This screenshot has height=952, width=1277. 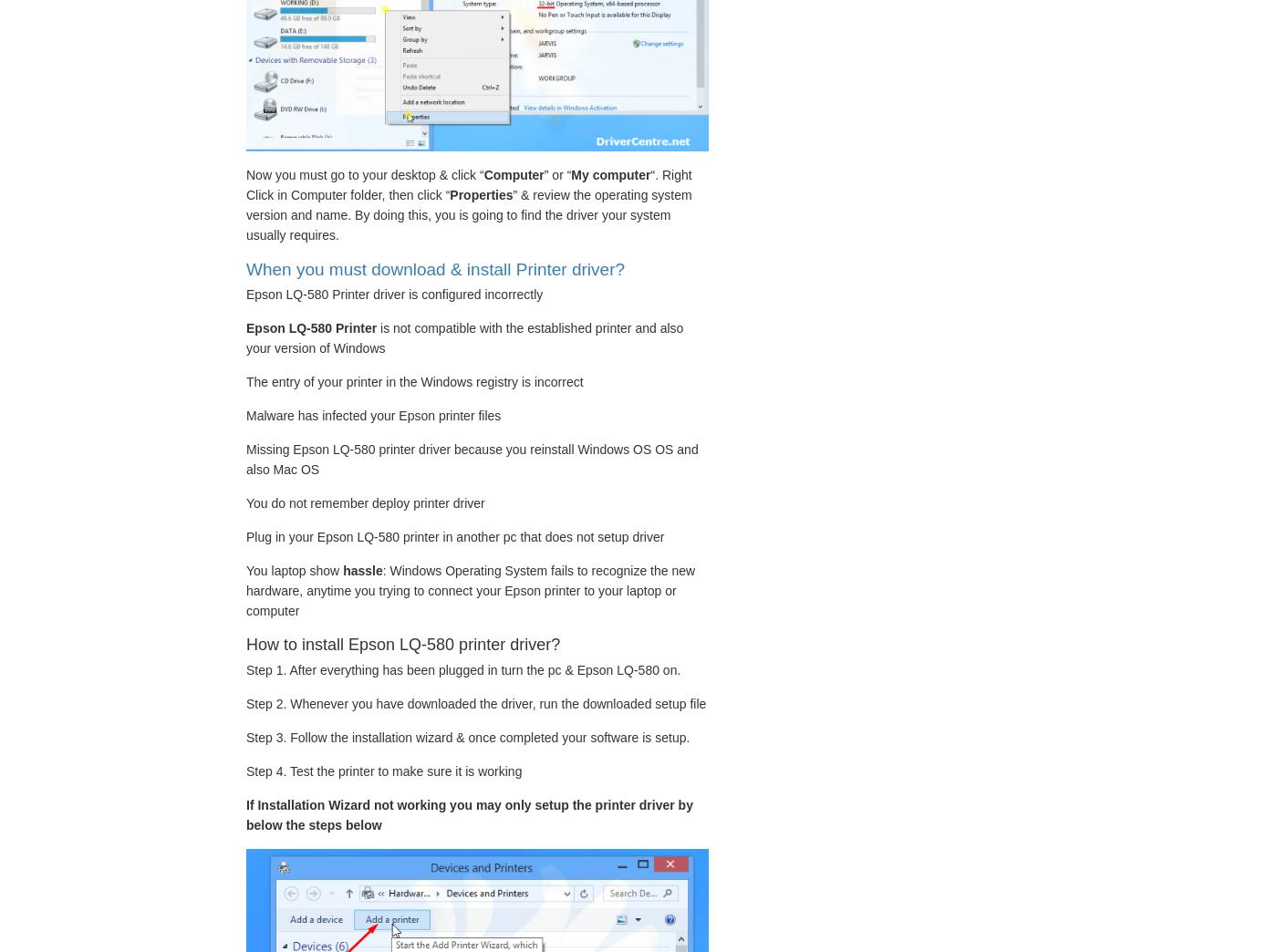 What do you see at coordinates (463, 338) in the screenshot?
I see `'is not compatible with the established printer and also your version of Windows'` at bounding box center [463, 338].